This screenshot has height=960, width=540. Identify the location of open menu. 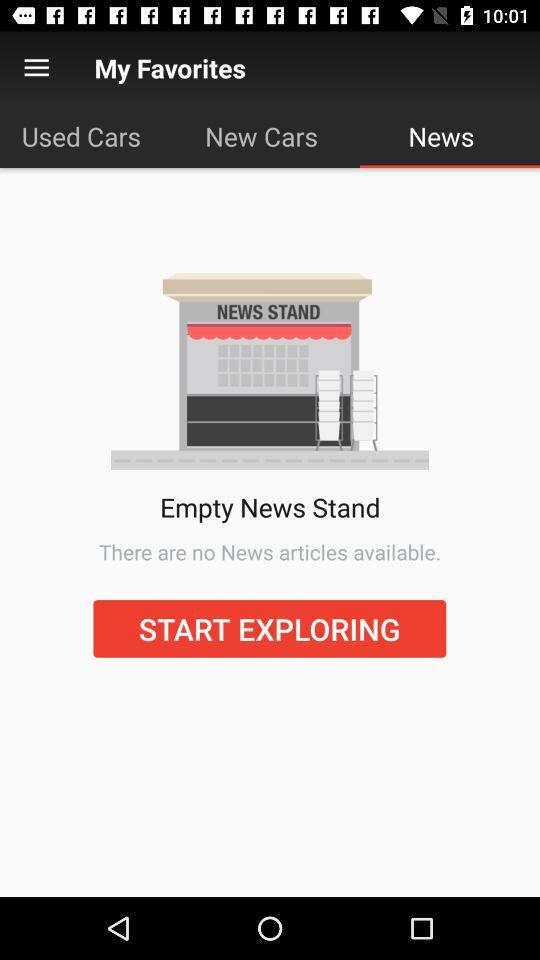
(36, 68).